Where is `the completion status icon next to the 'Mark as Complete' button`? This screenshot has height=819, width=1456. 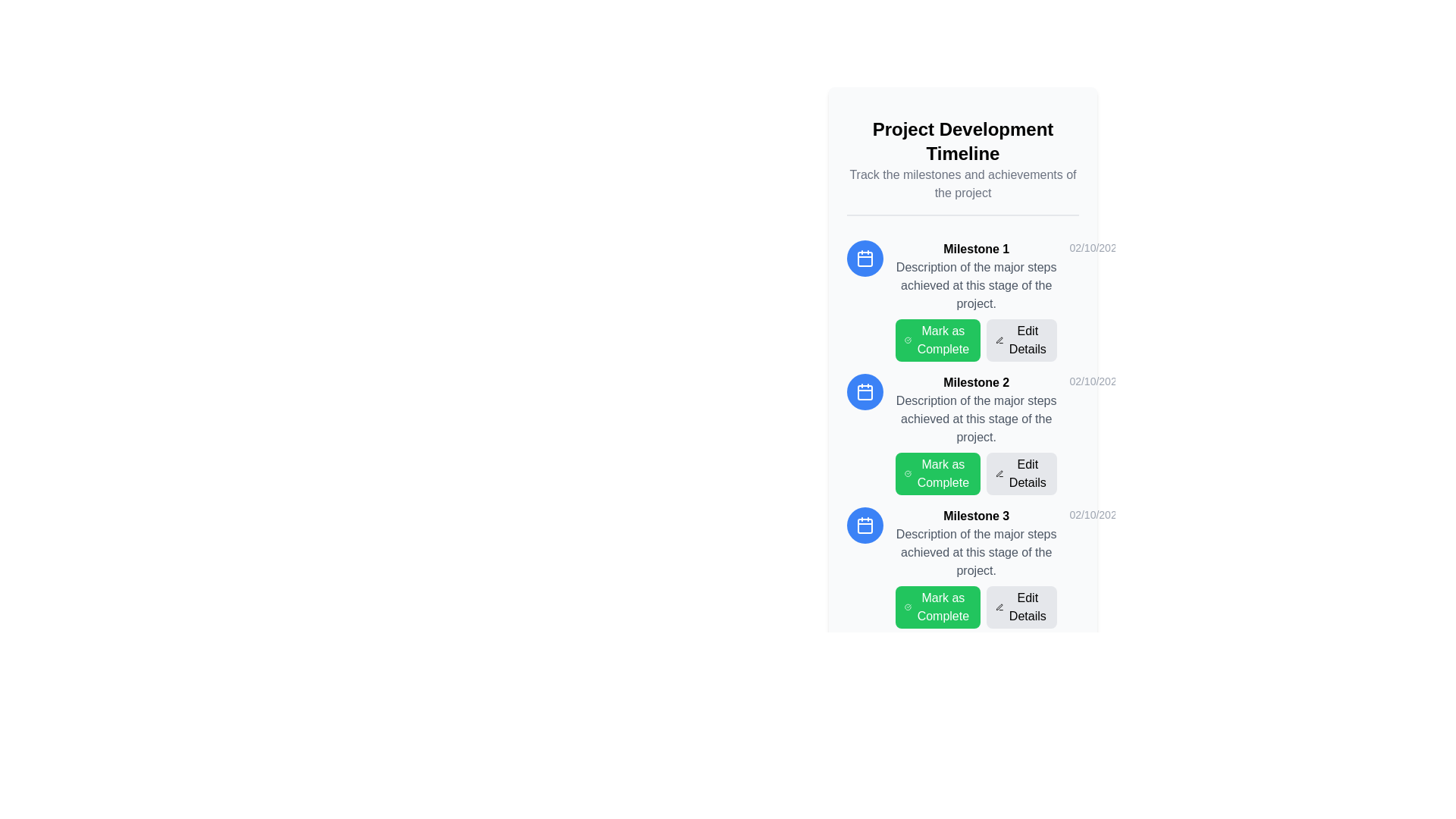 the completion status icon next to the 'Mark as Complete' button is located at coordinates (908, 339).